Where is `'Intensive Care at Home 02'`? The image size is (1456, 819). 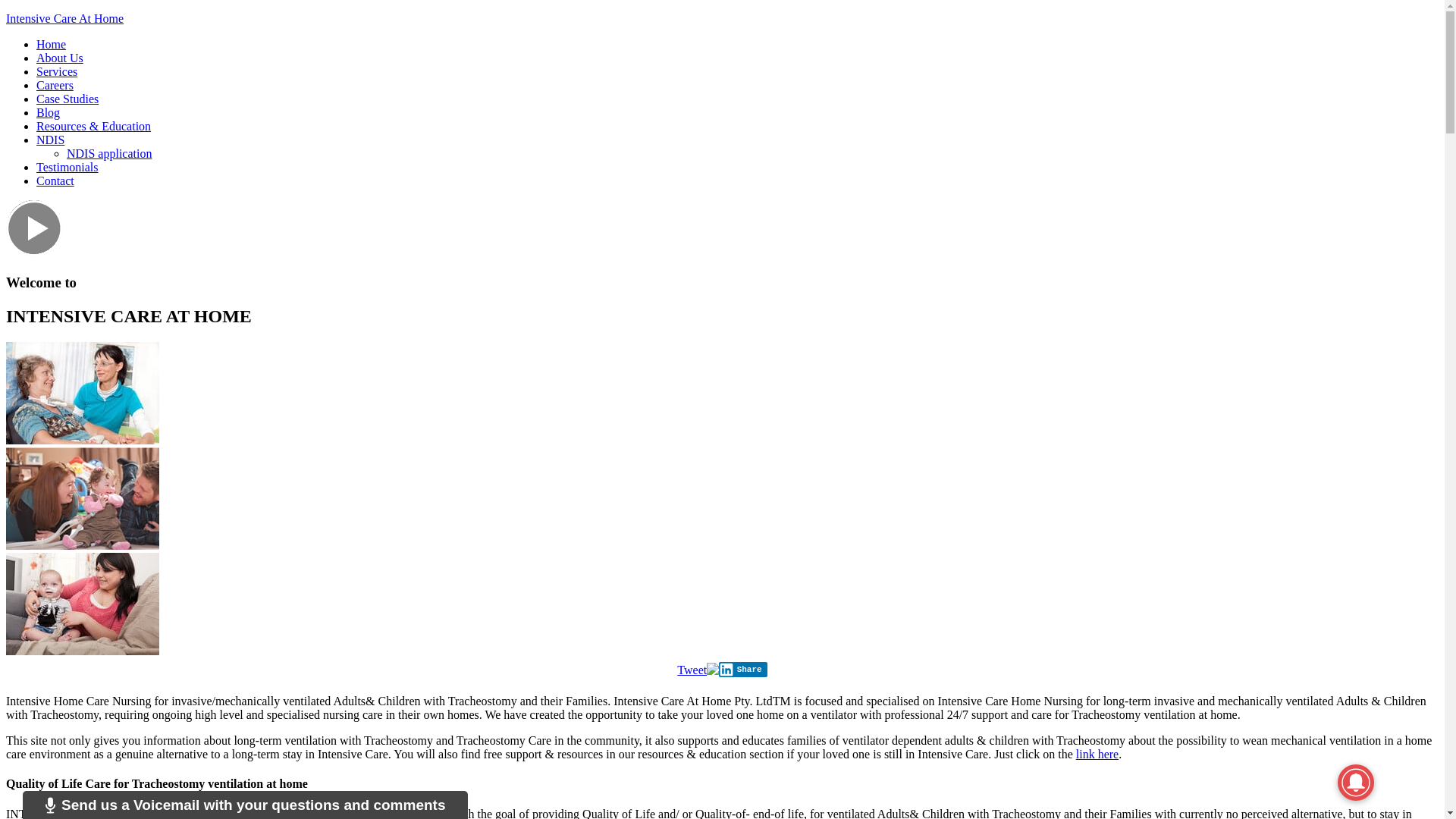 'Intensive Care at Home 02' is located at coordinates (82, 498).